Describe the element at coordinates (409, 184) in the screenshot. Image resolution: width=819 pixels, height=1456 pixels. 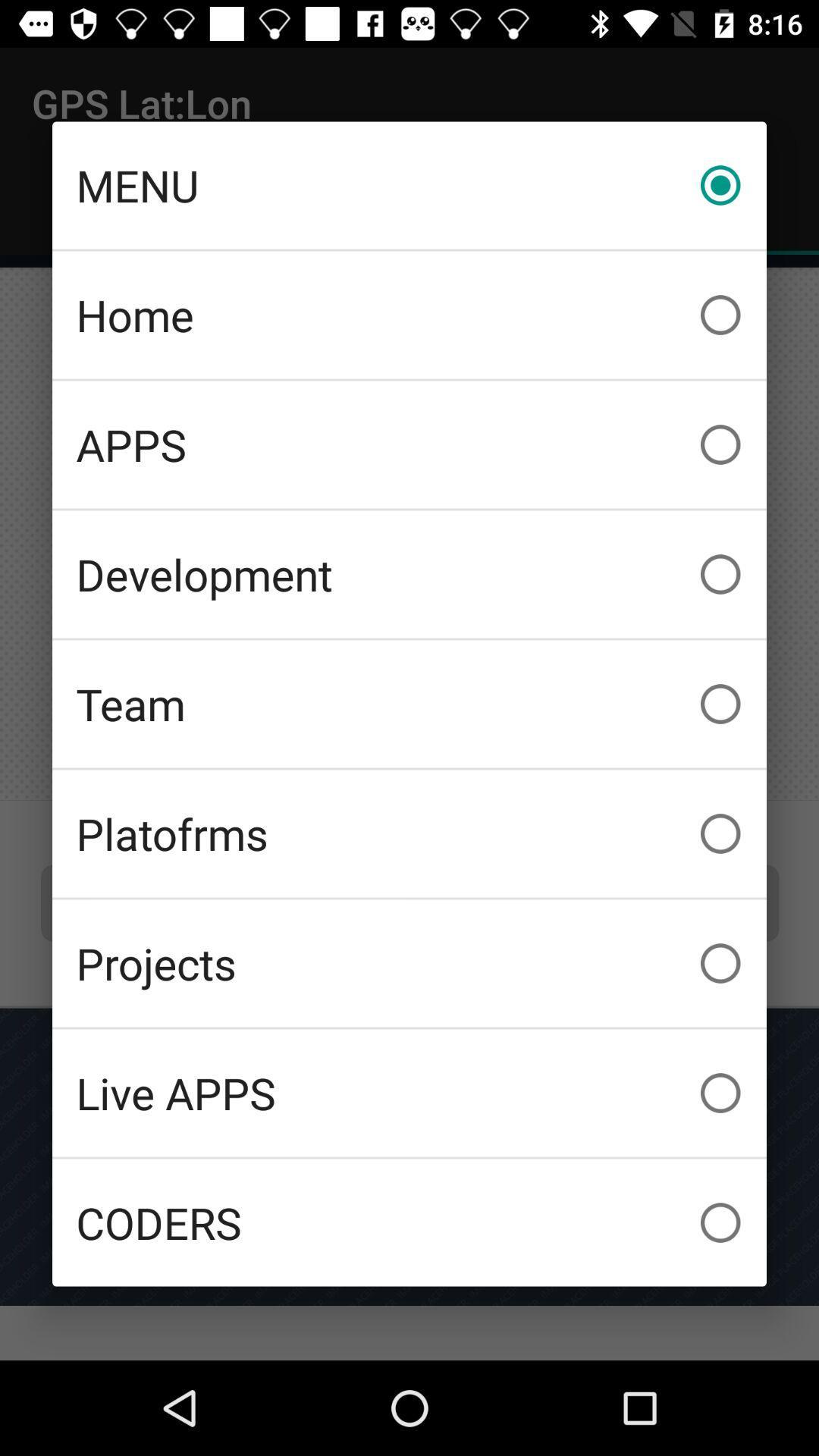
I see `the menu item` at that location.